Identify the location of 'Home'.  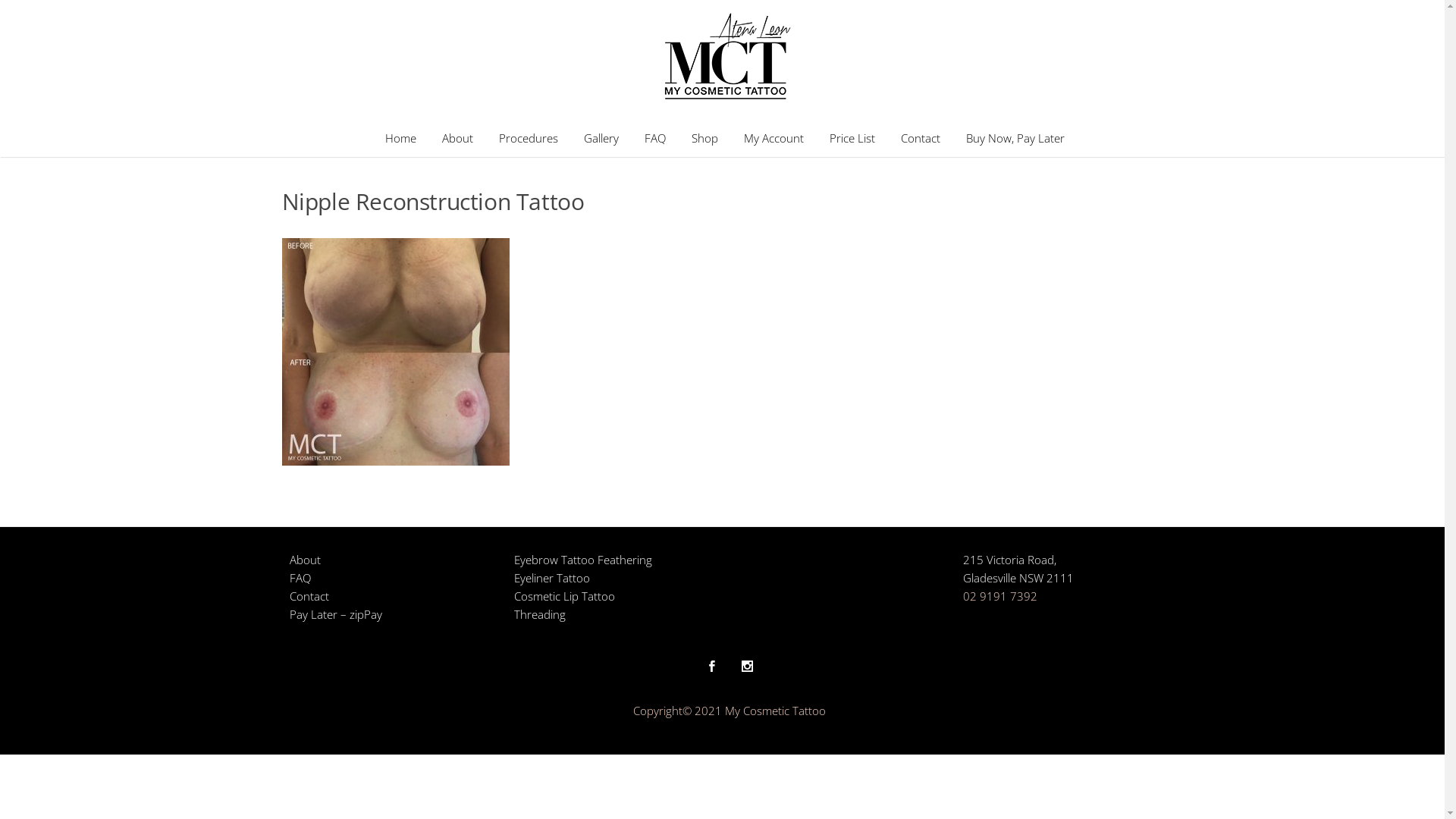
(374, 137).